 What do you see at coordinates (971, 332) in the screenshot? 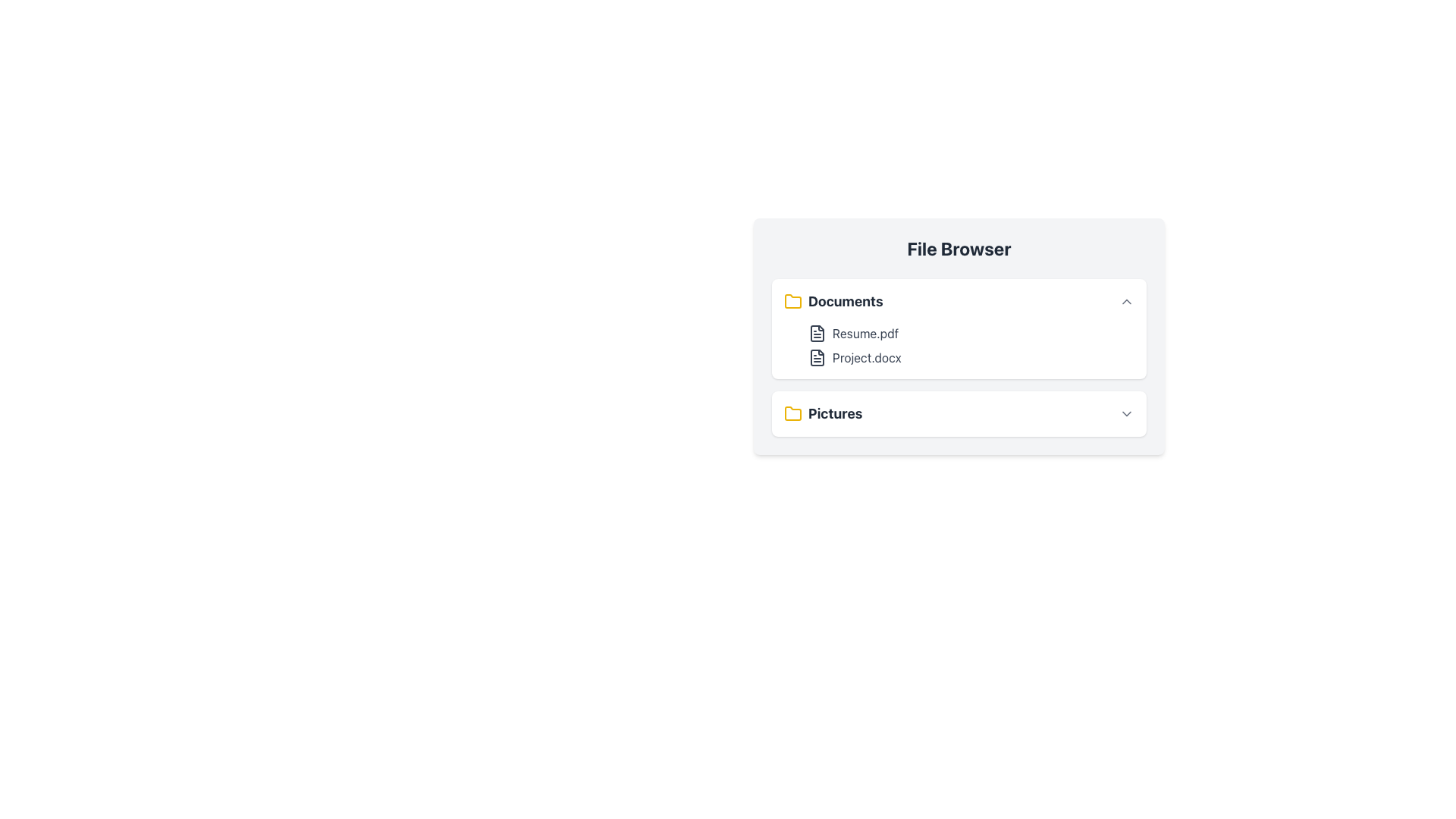
I see `the 'Resume.pdf' entry in the file browser` at bounding box center [971, 332].